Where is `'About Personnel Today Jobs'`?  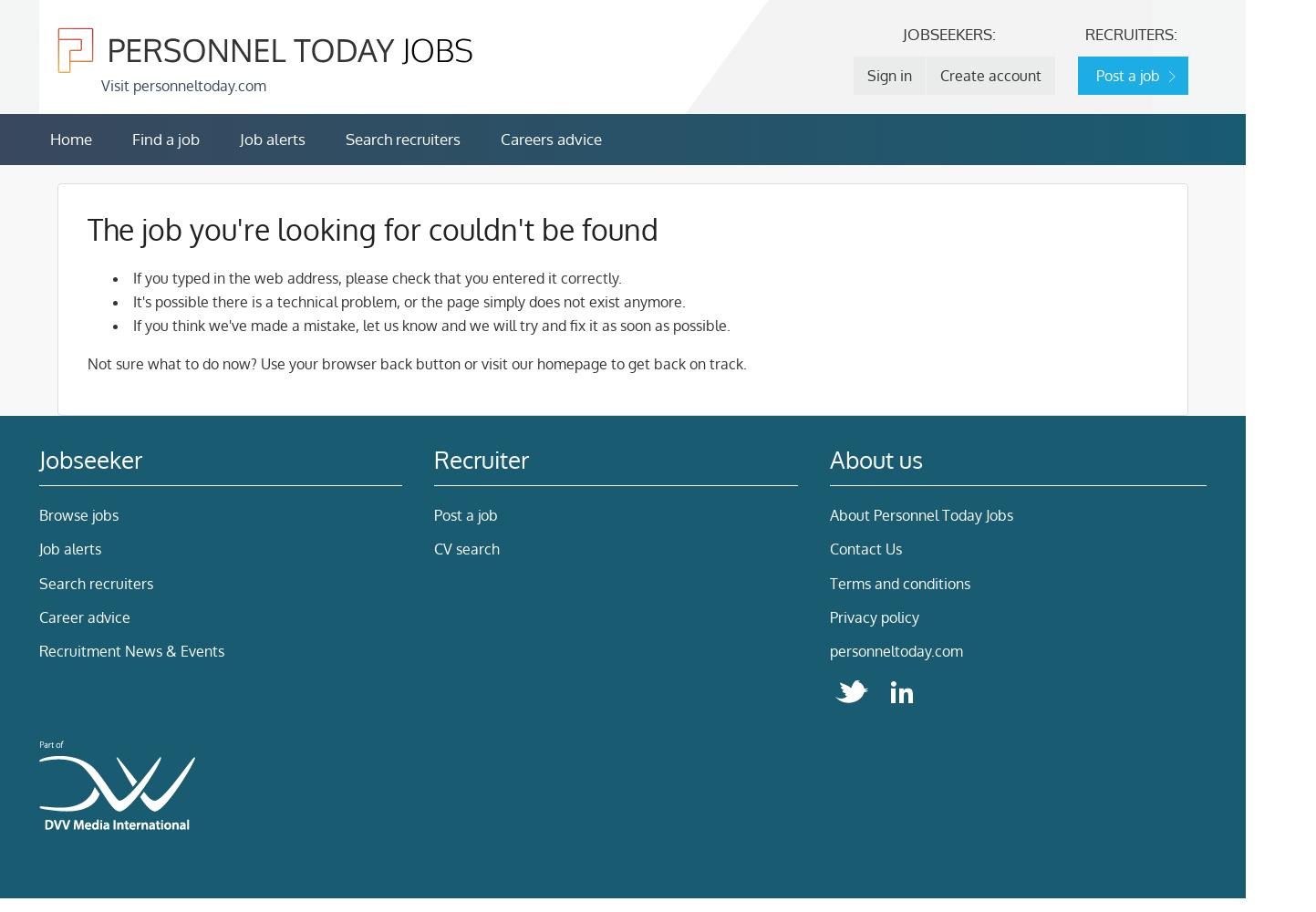
'About Personnel Today Jobs' is located at coordinates (920, 513).